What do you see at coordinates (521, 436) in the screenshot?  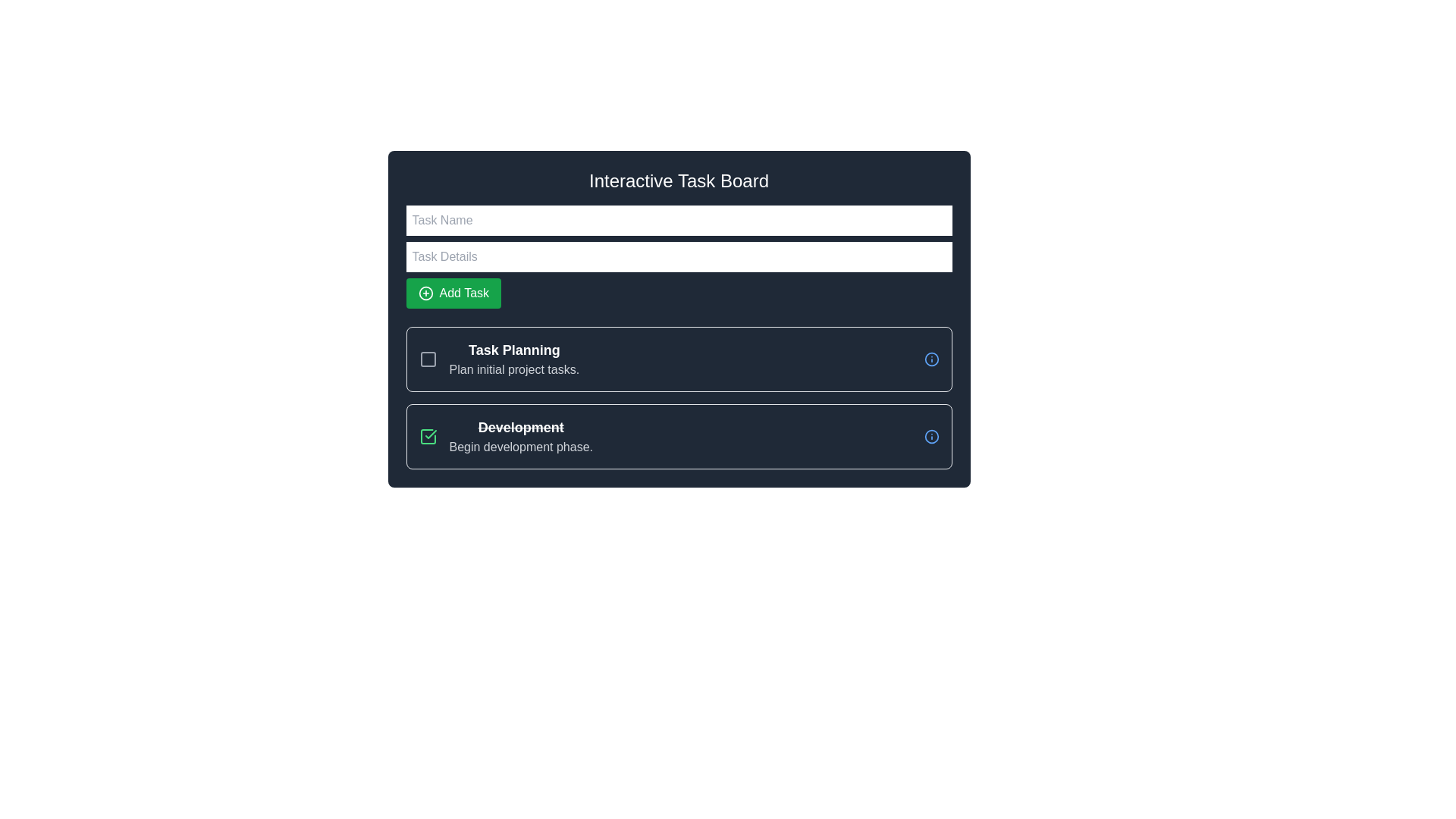 I see `the static text content displaying the task title 'Development' and its sub-text 'Begin development phase.' located in the second task row beneath the 'Task Planning' section` at bounding box center [521, 436].